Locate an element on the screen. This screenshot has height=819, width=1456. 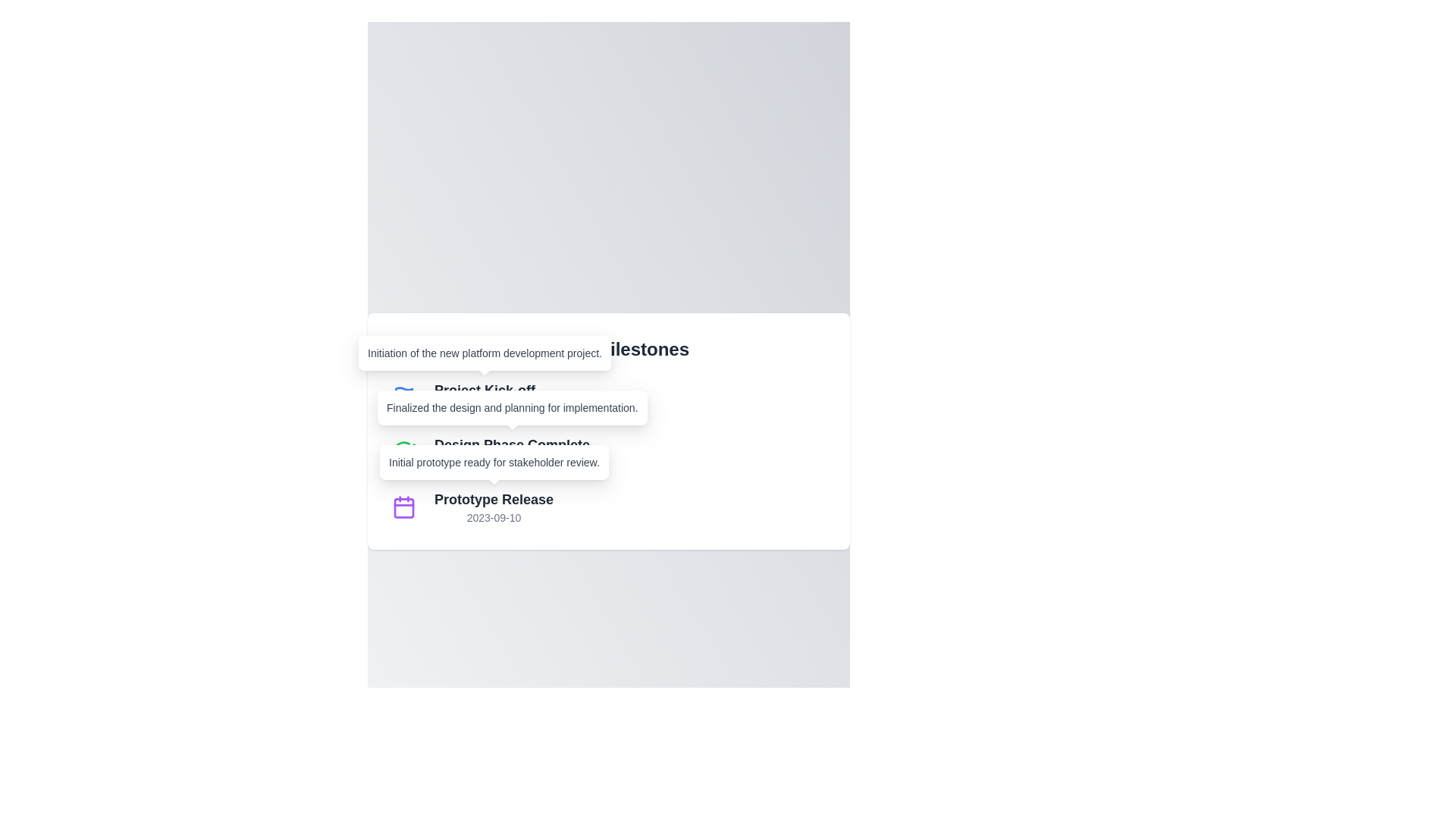
the 'Project Milestones' header text, which is a bold, large-font title styled in black and prominently positioned at the top of a white rectangular card is located at coordinates (608, 350).